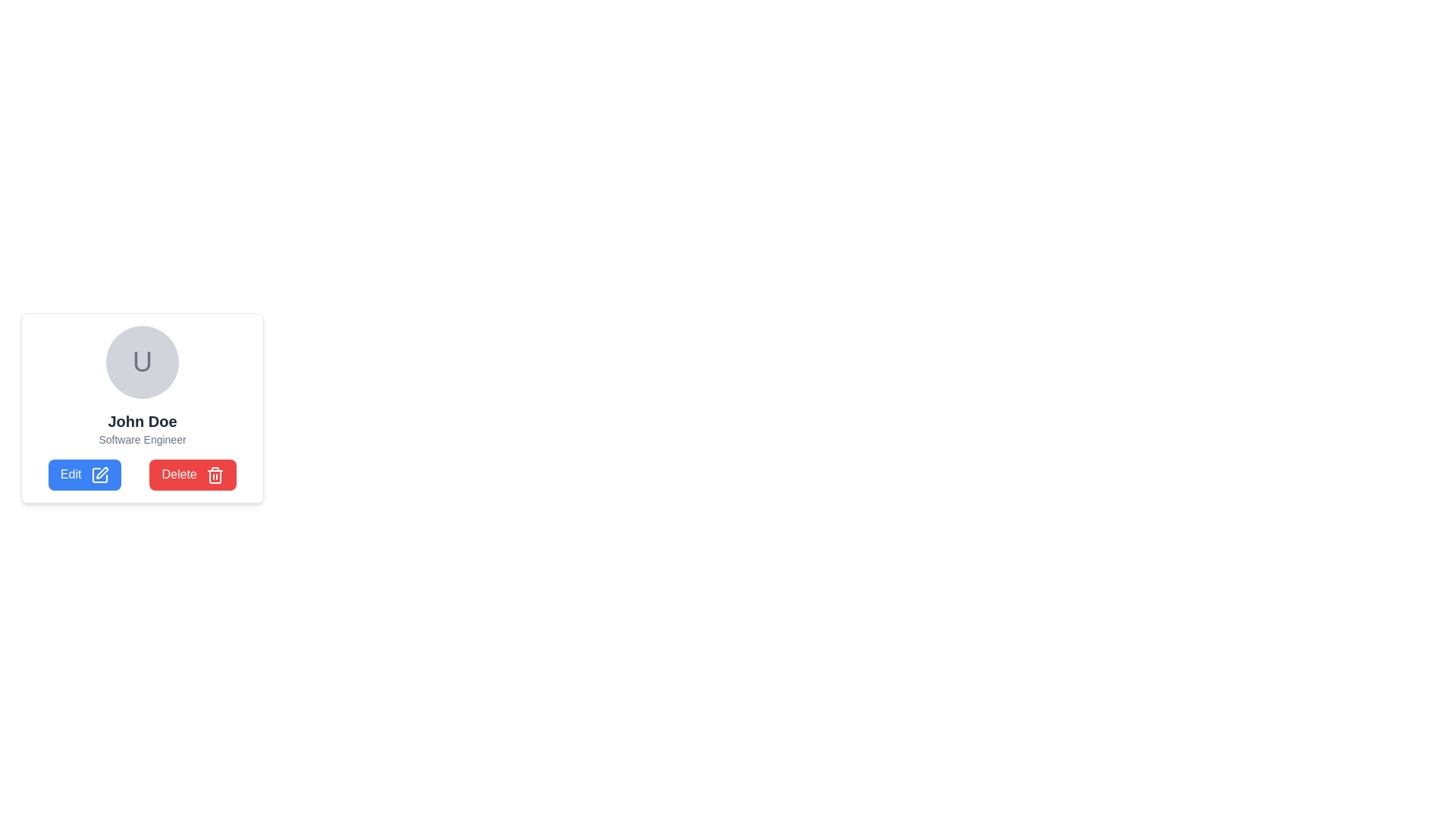 This screenshot has width=1456, height=819. What do you see at coordinates (83, 474) in the screenshot?
I see `the blue 'Edit' button with white text and a pen icon located at the bottom left of the user details card` at bounding box center [83, 474].